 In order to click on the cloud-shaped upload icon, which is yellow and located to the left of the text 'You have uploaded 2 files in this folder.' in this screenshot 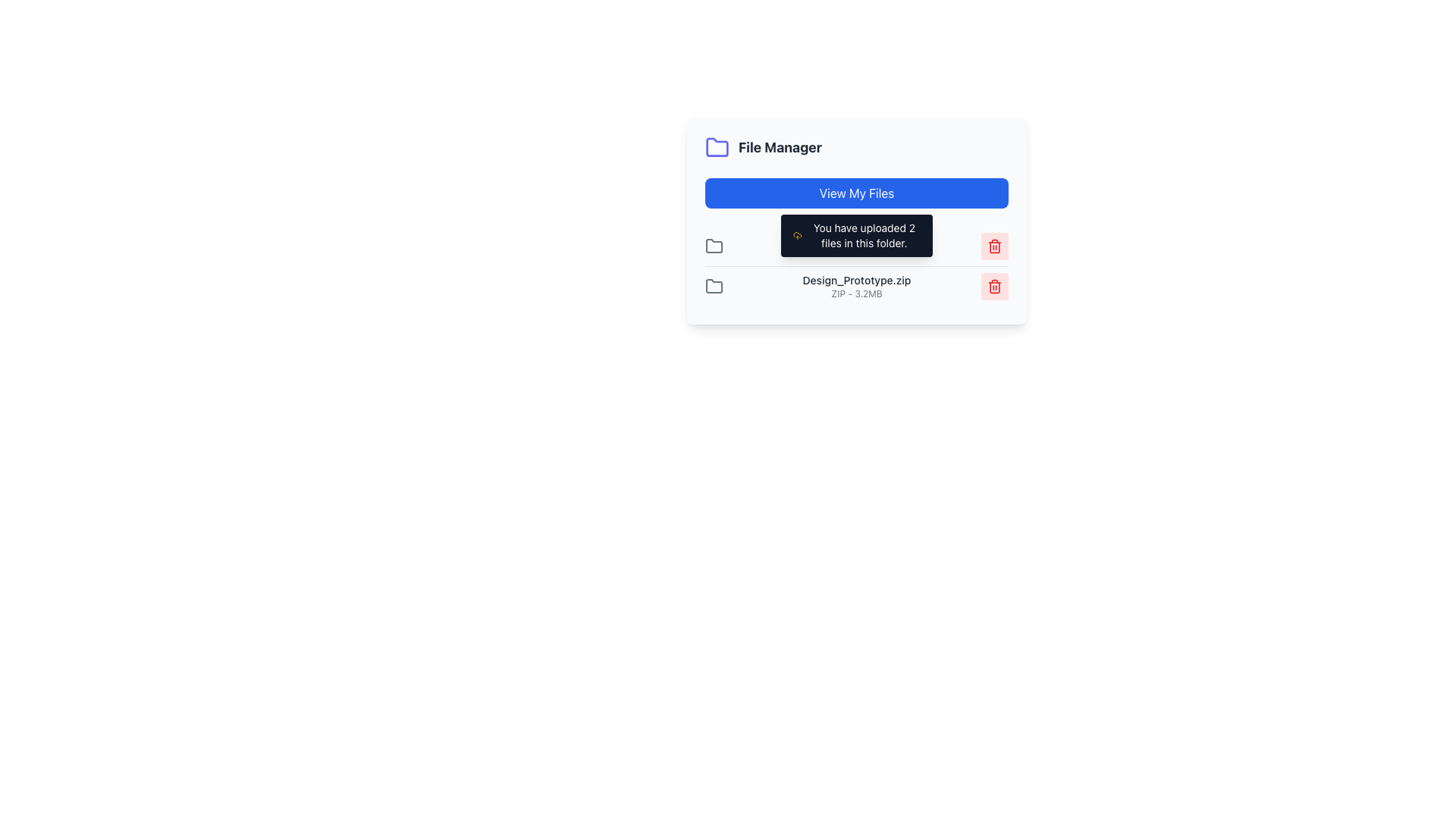, I will do `click(796, 236)`.